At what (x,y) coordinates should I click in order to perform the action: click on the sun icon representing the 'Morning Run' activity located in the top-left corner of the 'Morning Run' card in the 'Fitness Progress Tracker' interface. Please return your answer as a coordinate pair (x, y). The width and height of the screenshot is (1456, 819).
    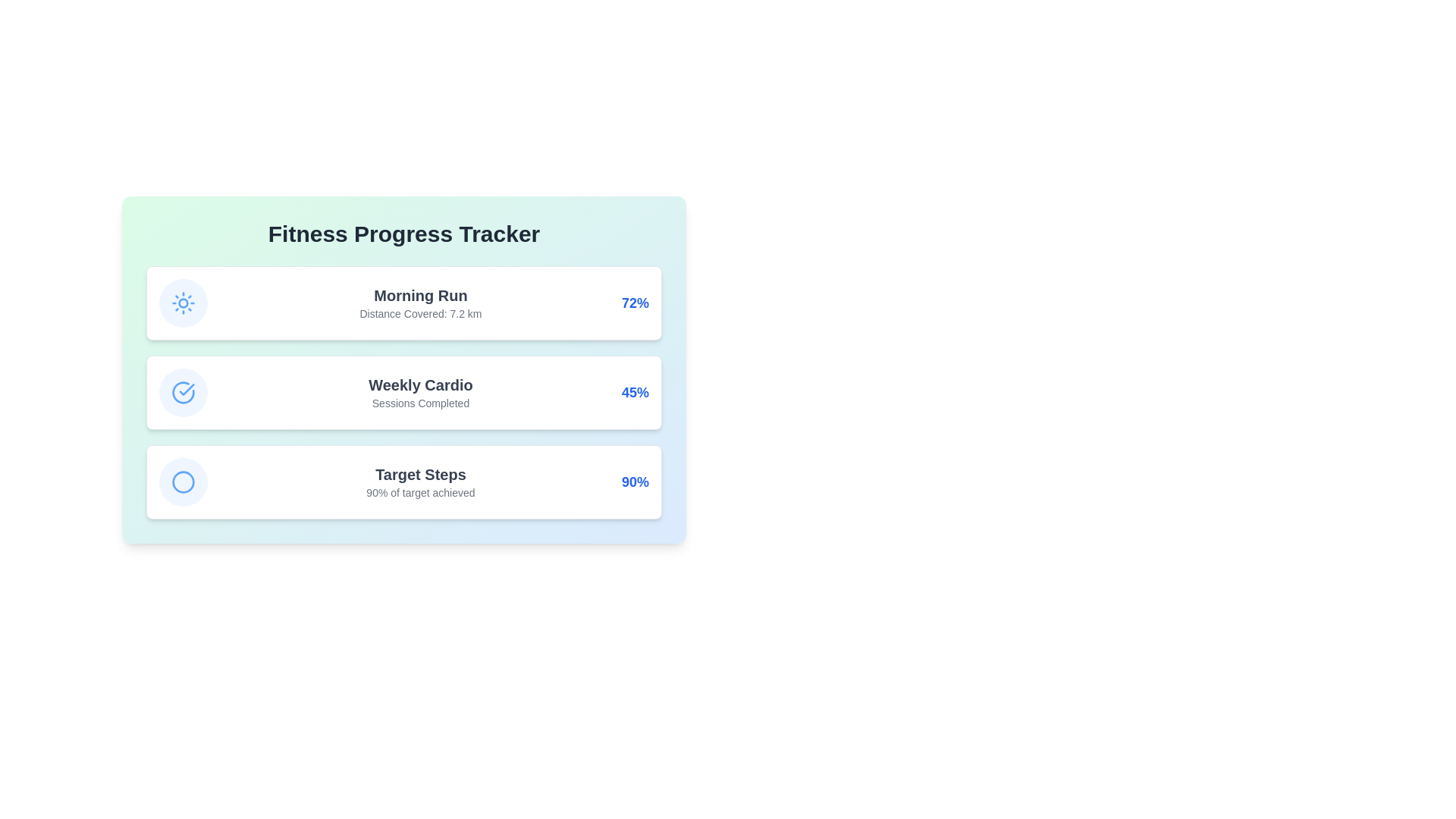
    Looking at the image, I should click on (182, 303).